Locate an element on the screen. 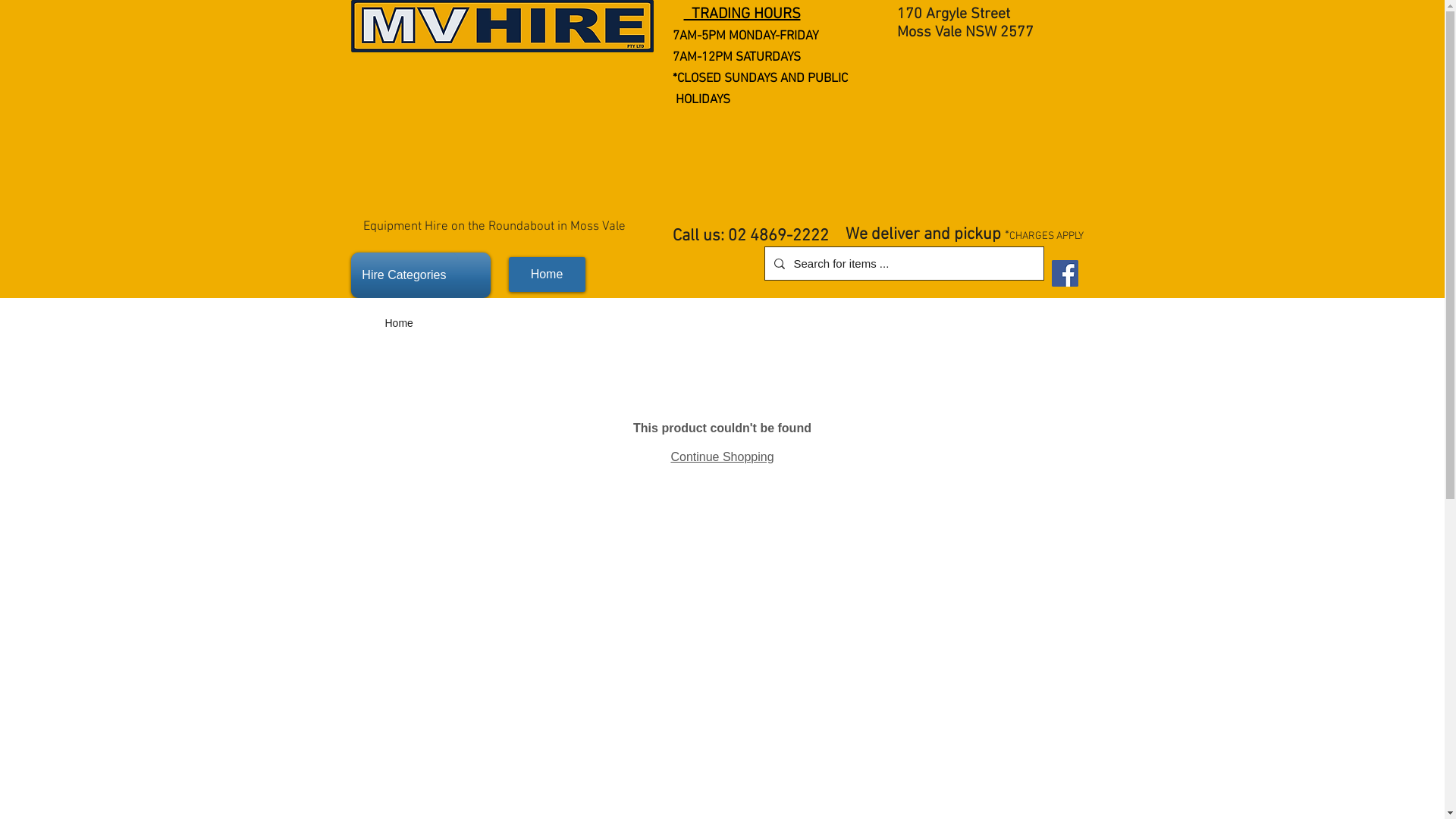 The height and width of the screenshot is (819, 1456). 'Continue Shopping' is located at coordinates (720, 456).